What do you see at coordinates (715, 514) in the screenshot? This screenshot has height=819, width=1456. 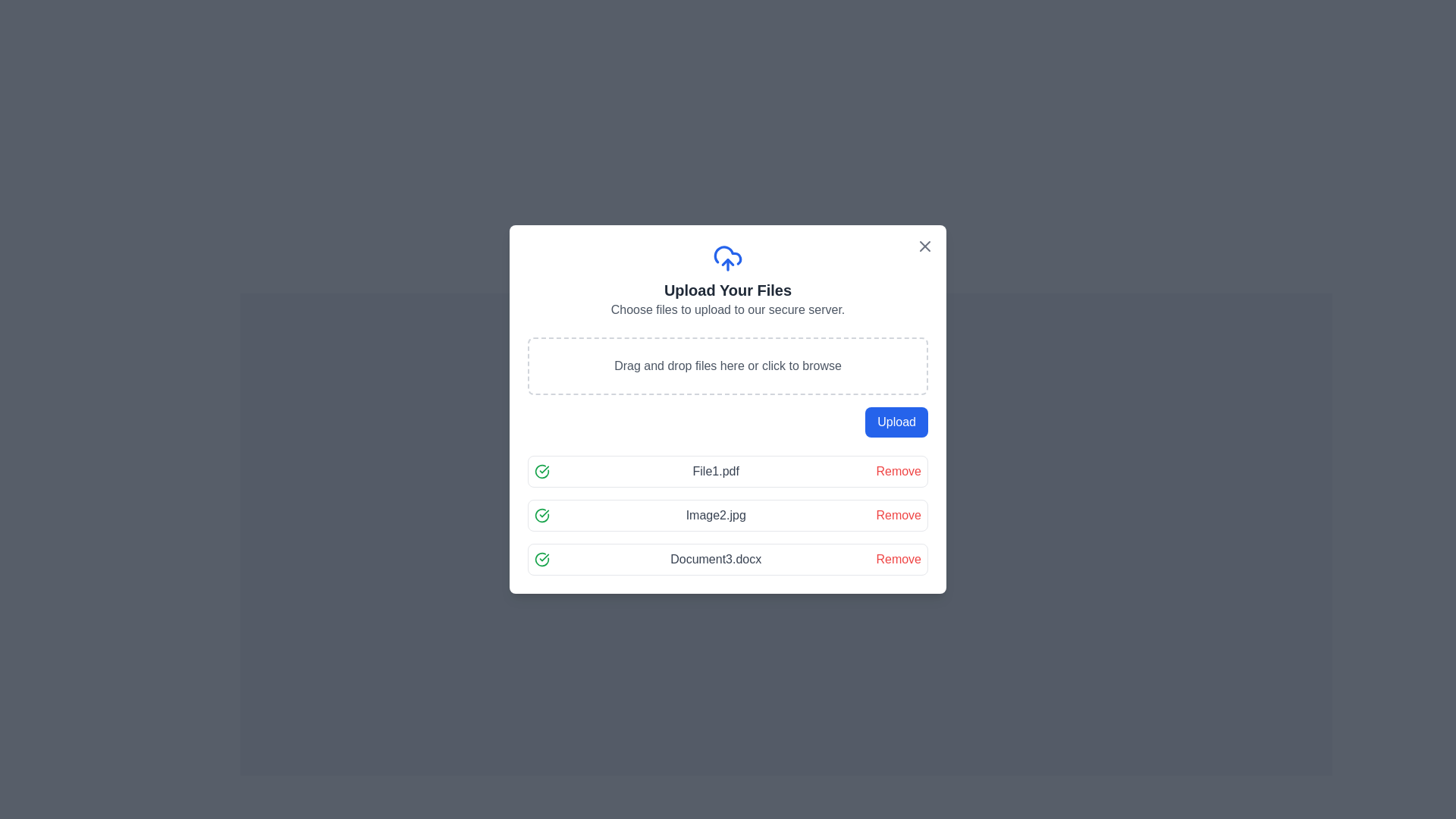 I see `the text label displaying 'Image2.jpg'` at bounding box center [715, 514].